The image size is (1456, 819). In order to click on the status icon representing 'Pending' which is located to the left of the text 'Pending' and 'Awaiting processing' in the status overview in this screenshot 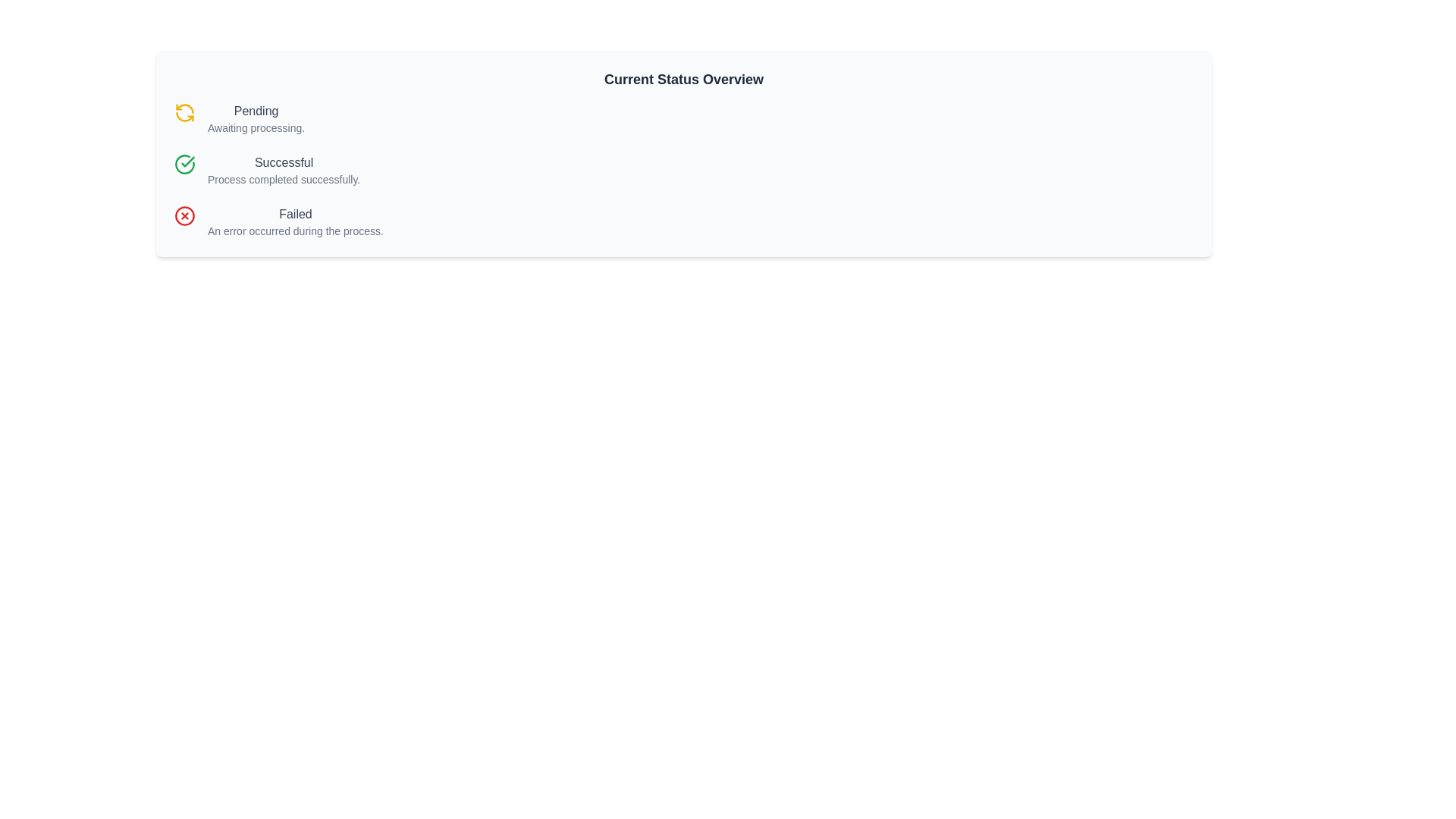, I will do `click(184, 112)`.